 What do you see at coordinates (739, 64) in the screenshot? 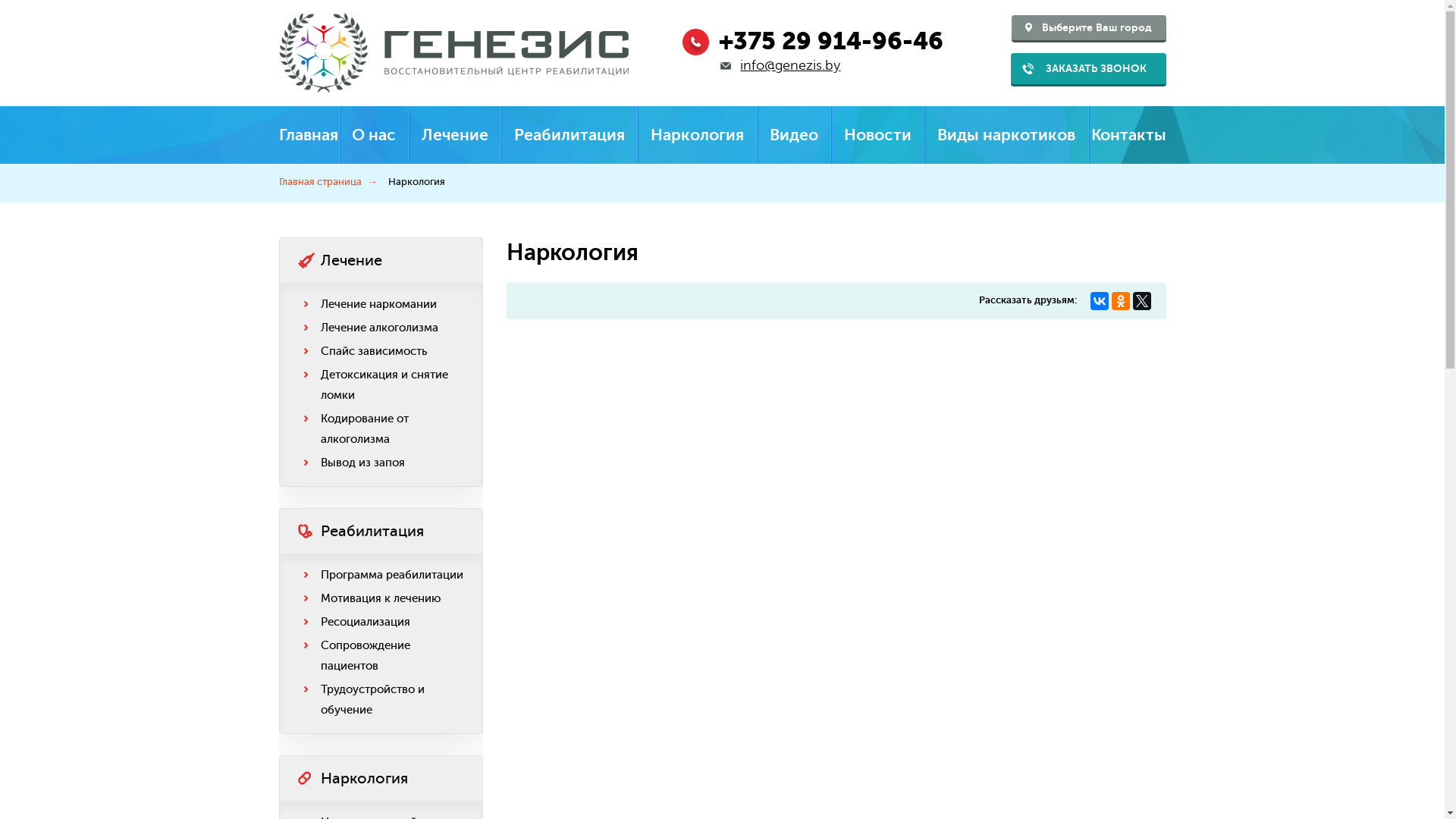
I see `'info@genezis.by'` at bounding box center [739, 64].